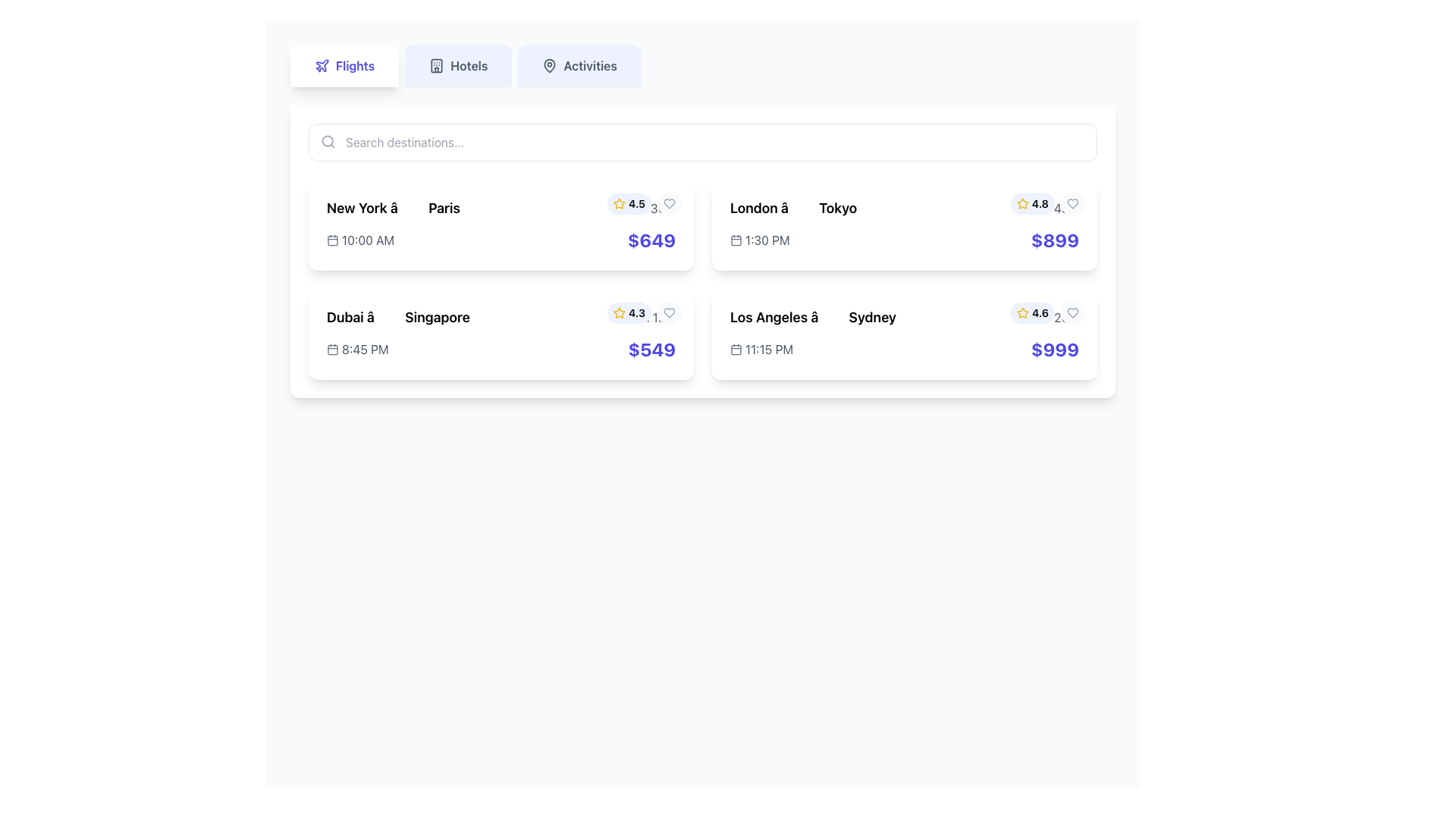 This screenshot has height=819, width=1456. What do you see at coordinates (619, 312) in the screenshot?
I see `the star icon that represents a 4.3 rating in the bottom-left card of the grid, which is adjacent to the price '$549'` at bounding box center [619, 312].